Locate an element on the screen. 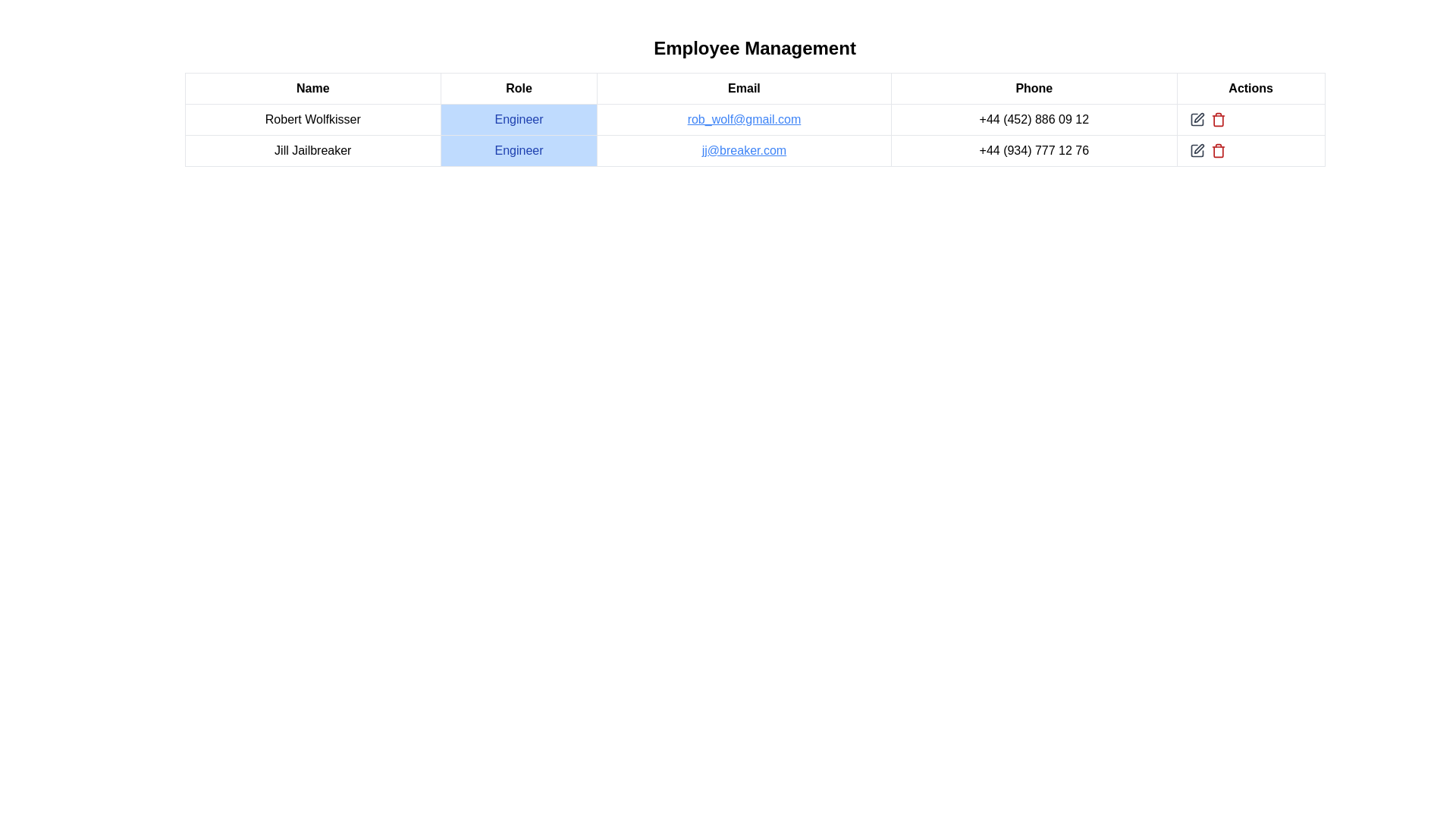 The width and height of the screenshot is (1456, 819). the pen icon located in the 'Actions' column of the second row of the table is located at coordinates (1196, 119).